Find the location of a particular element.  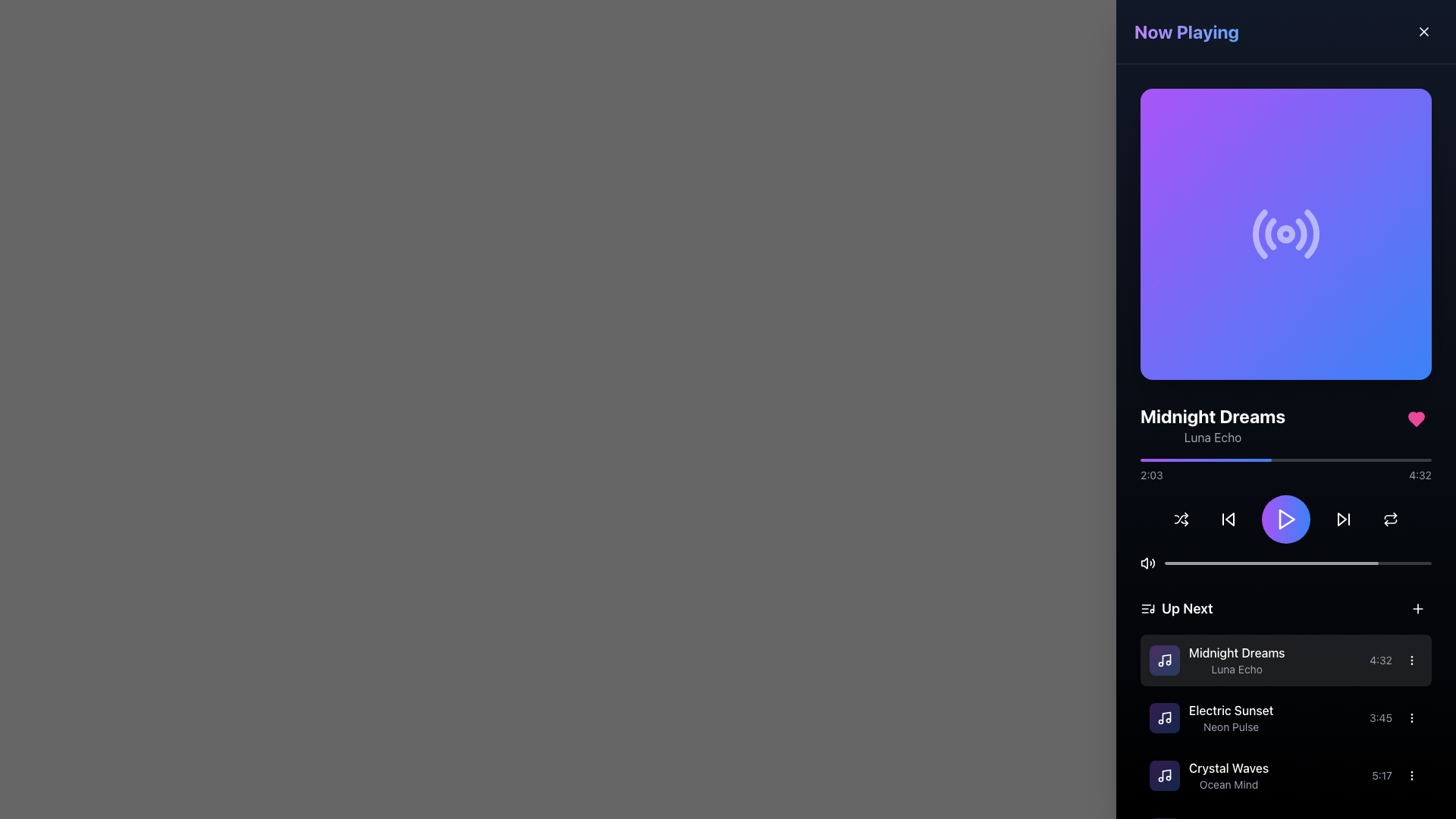

to select the 'Crystal Waves' track from the third item in the vertically stacked playlist under the 'Up Next' section is located at coordinates (1285, 775).